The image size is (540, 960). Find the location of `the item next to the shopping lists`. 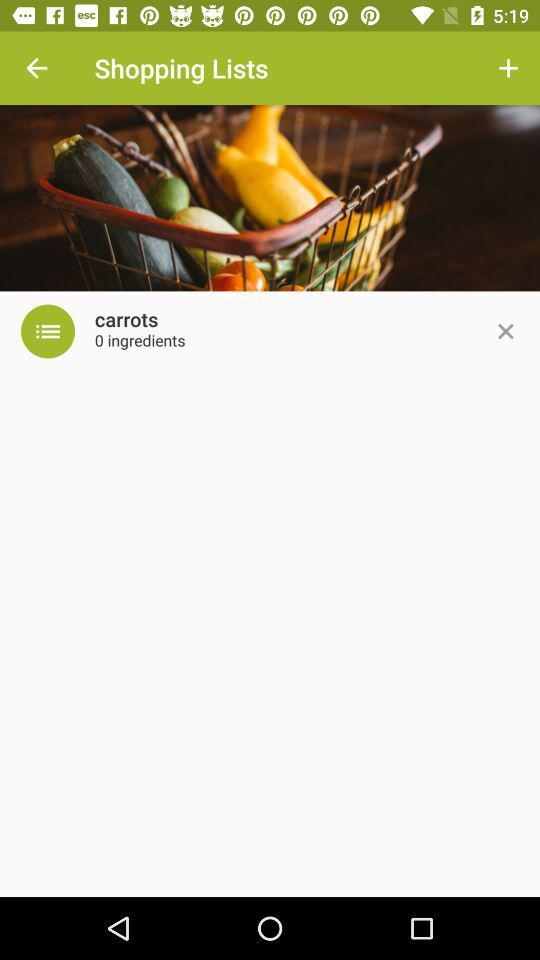

the item next to the shopping lists is located at coordinates (508, 68).